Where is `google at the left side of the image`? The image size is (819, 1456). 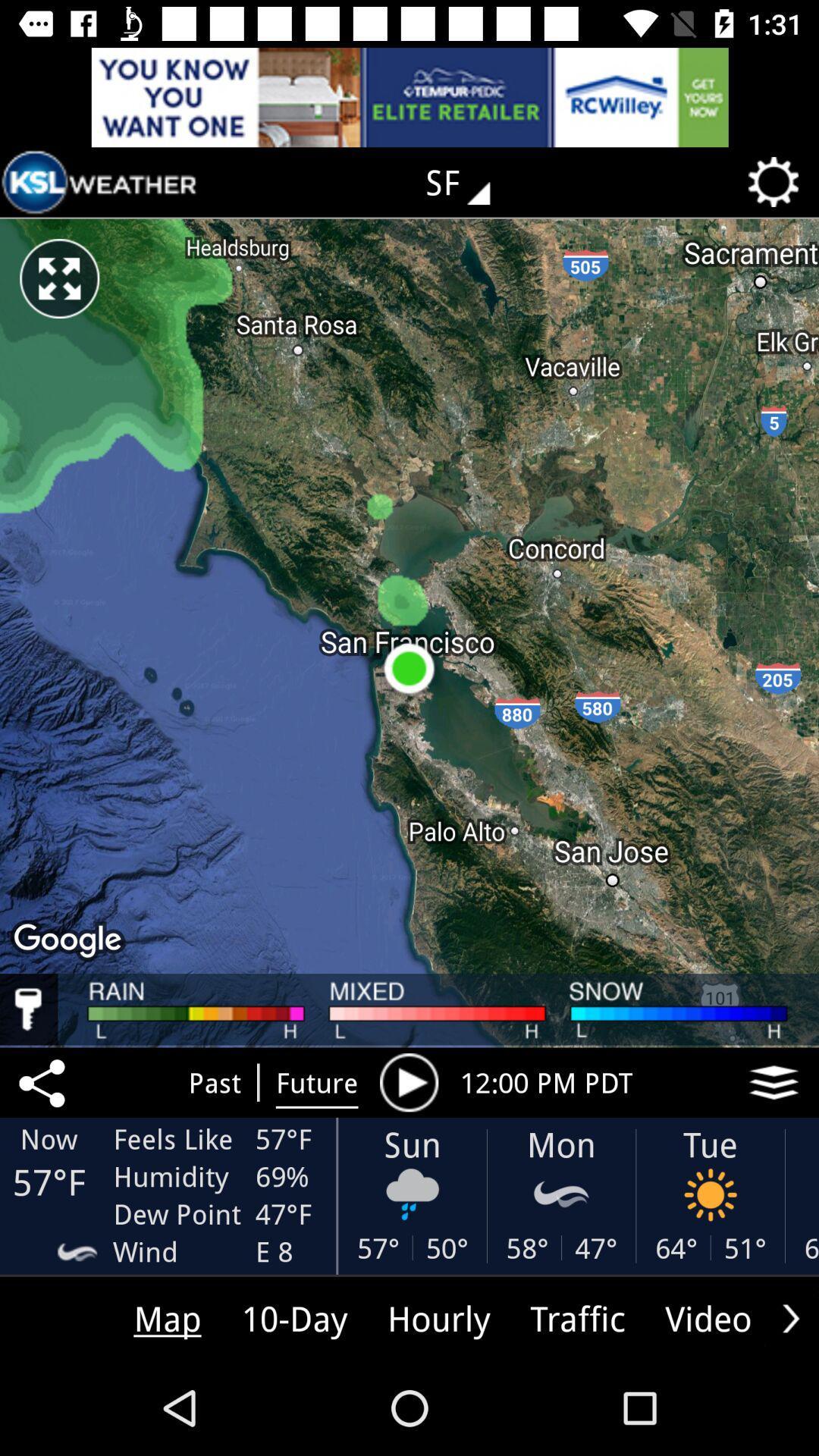 google at the left side of the image is located at coordinates (70, 941).